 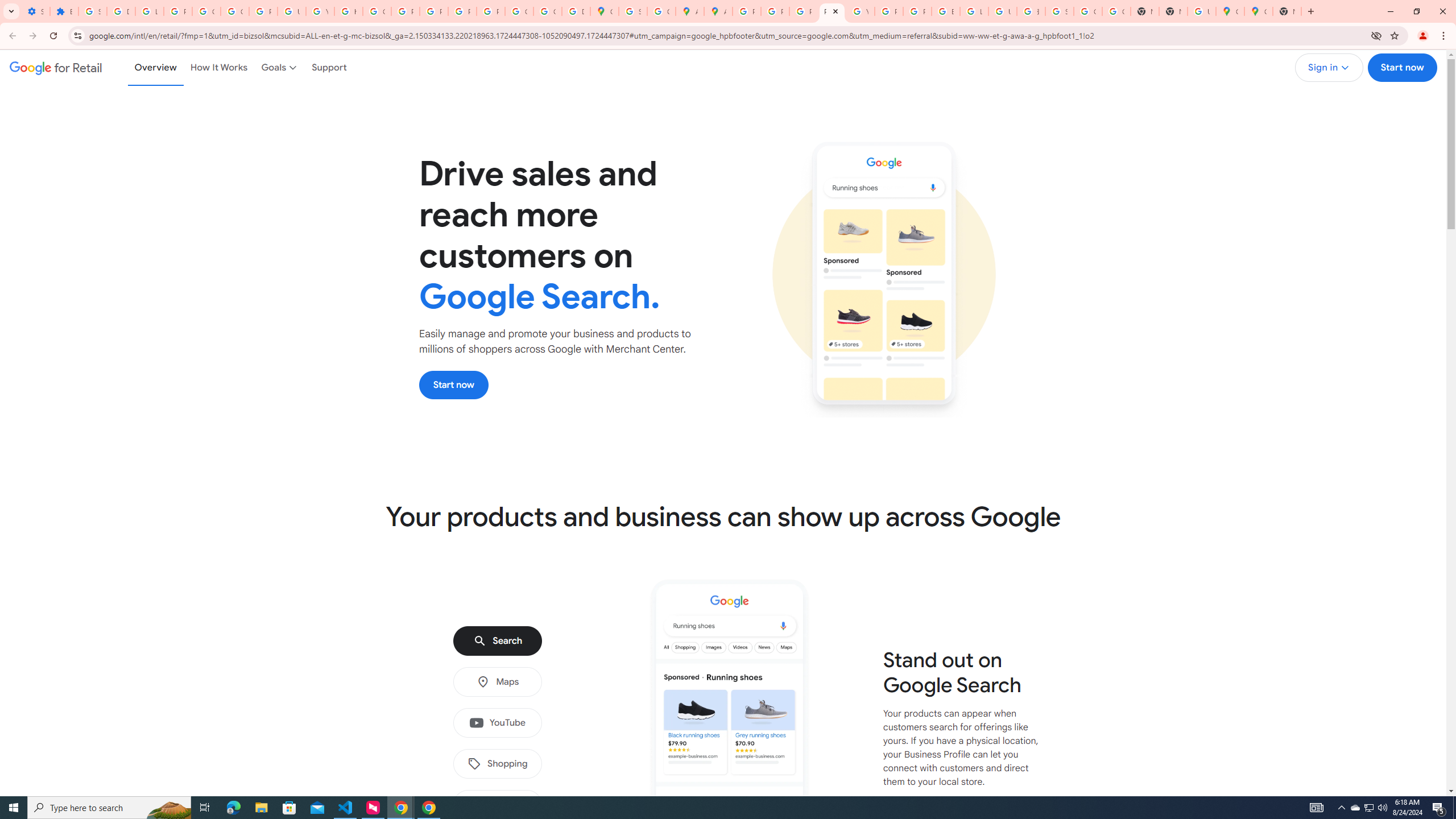 What do you see at coordinates (497, 681) in the screenshot?
I see `'Maps'` at bounding box center [497, 681].